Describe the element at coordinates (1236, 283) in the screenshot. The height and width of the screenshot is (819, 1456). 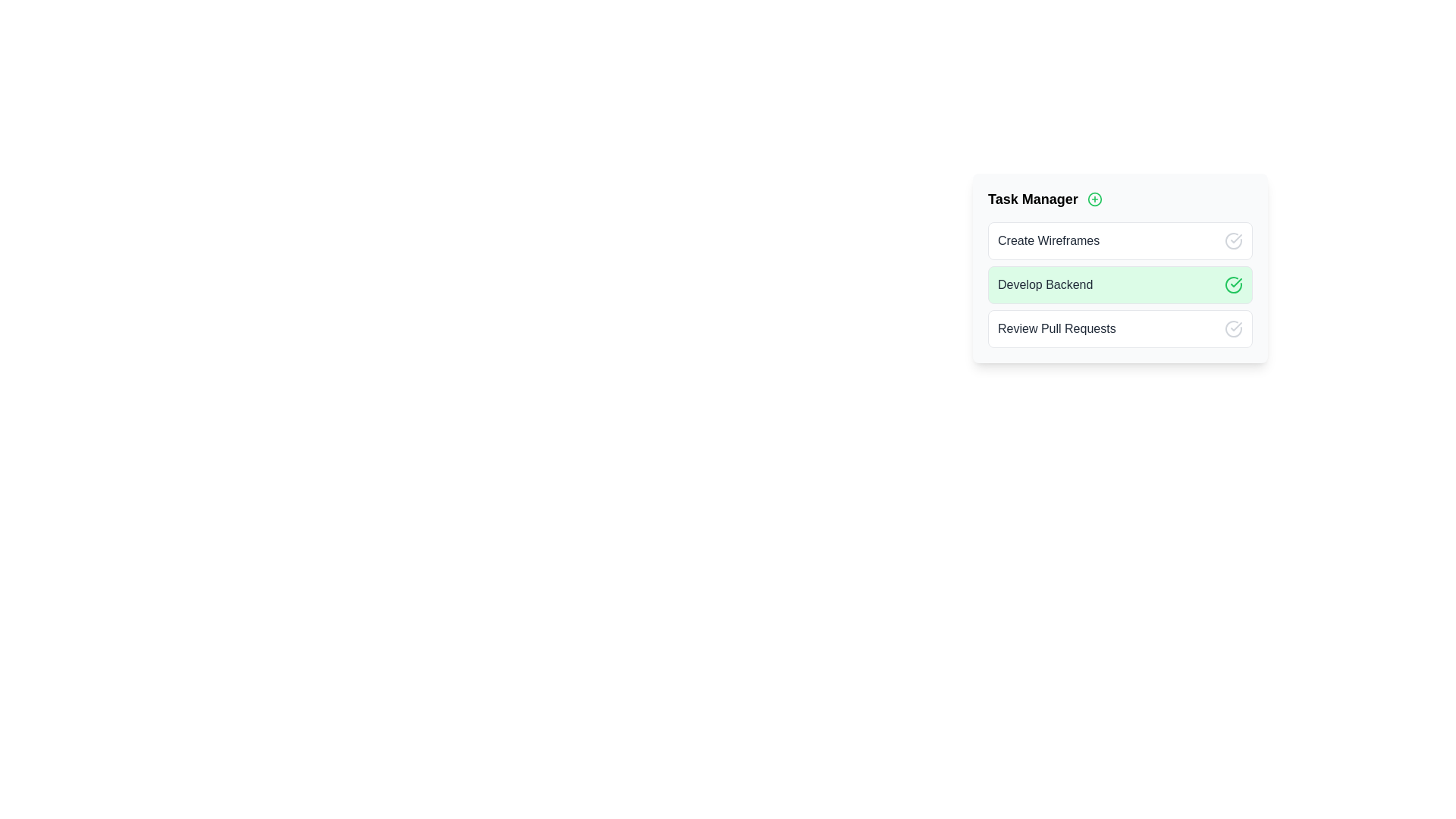
I see `the green checkmark icon indicating task completion for the 'Develop Backend' task in the 'Task Manager' interface` at that location.